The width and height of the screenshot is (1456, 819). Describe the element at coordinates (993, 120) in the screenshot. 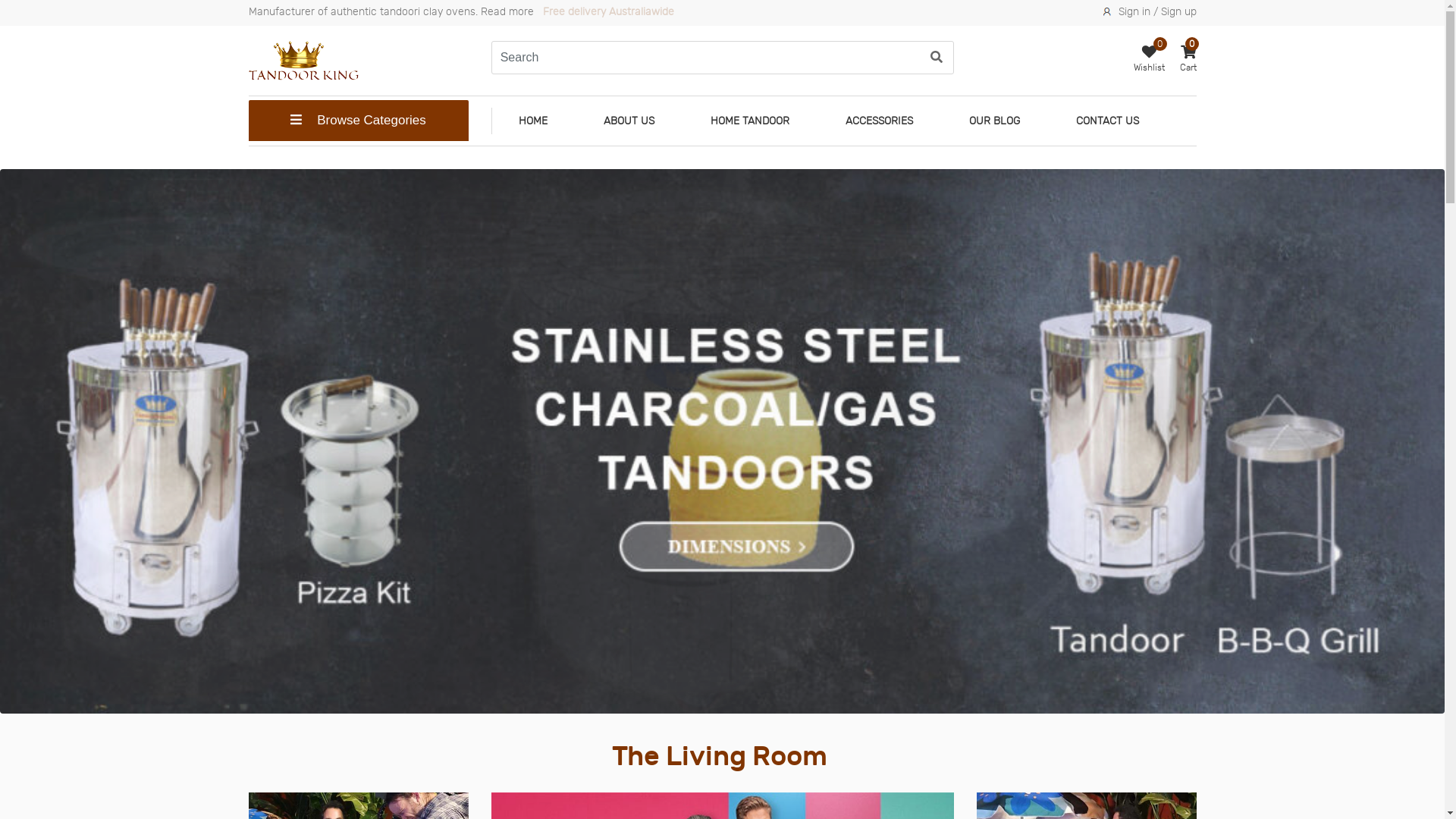

I see `'OUR BLOG'` at that location.